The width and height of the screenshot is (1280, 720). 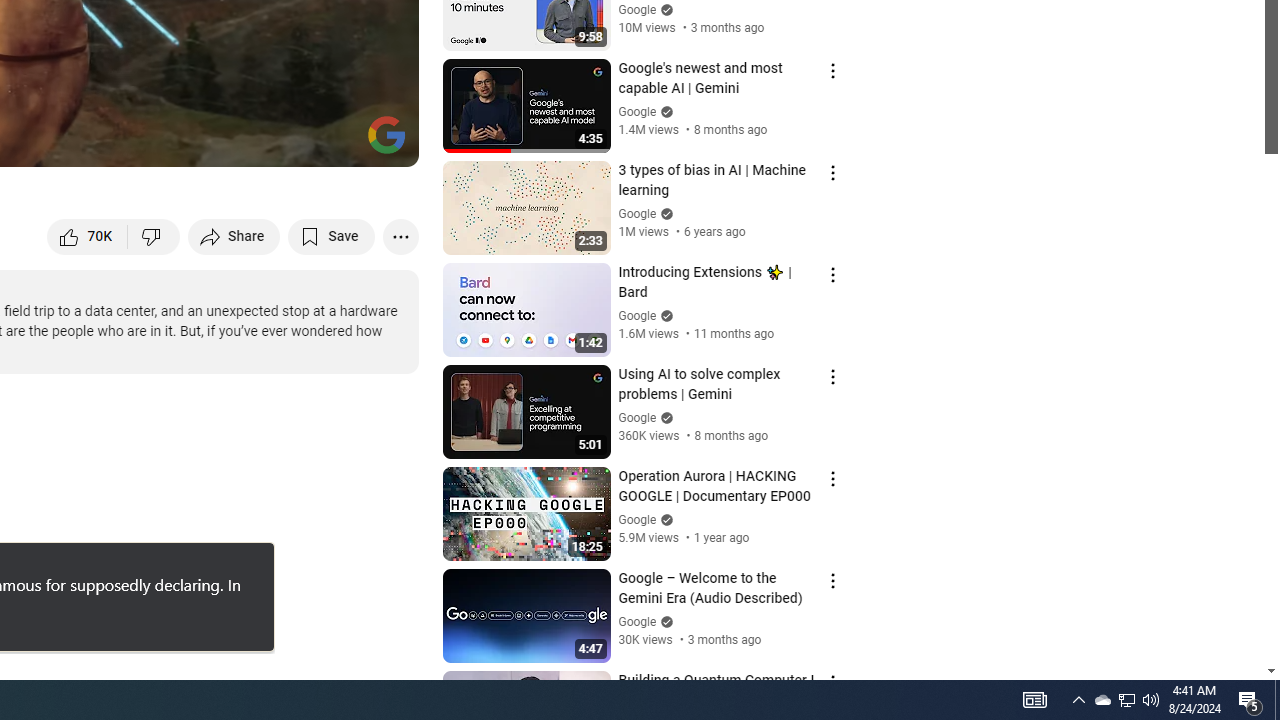 What do you see at coordinates (87, 235) in the screenshot?
I see `'like this video along with 70,975 other people'` at bounding box center [87, 235].